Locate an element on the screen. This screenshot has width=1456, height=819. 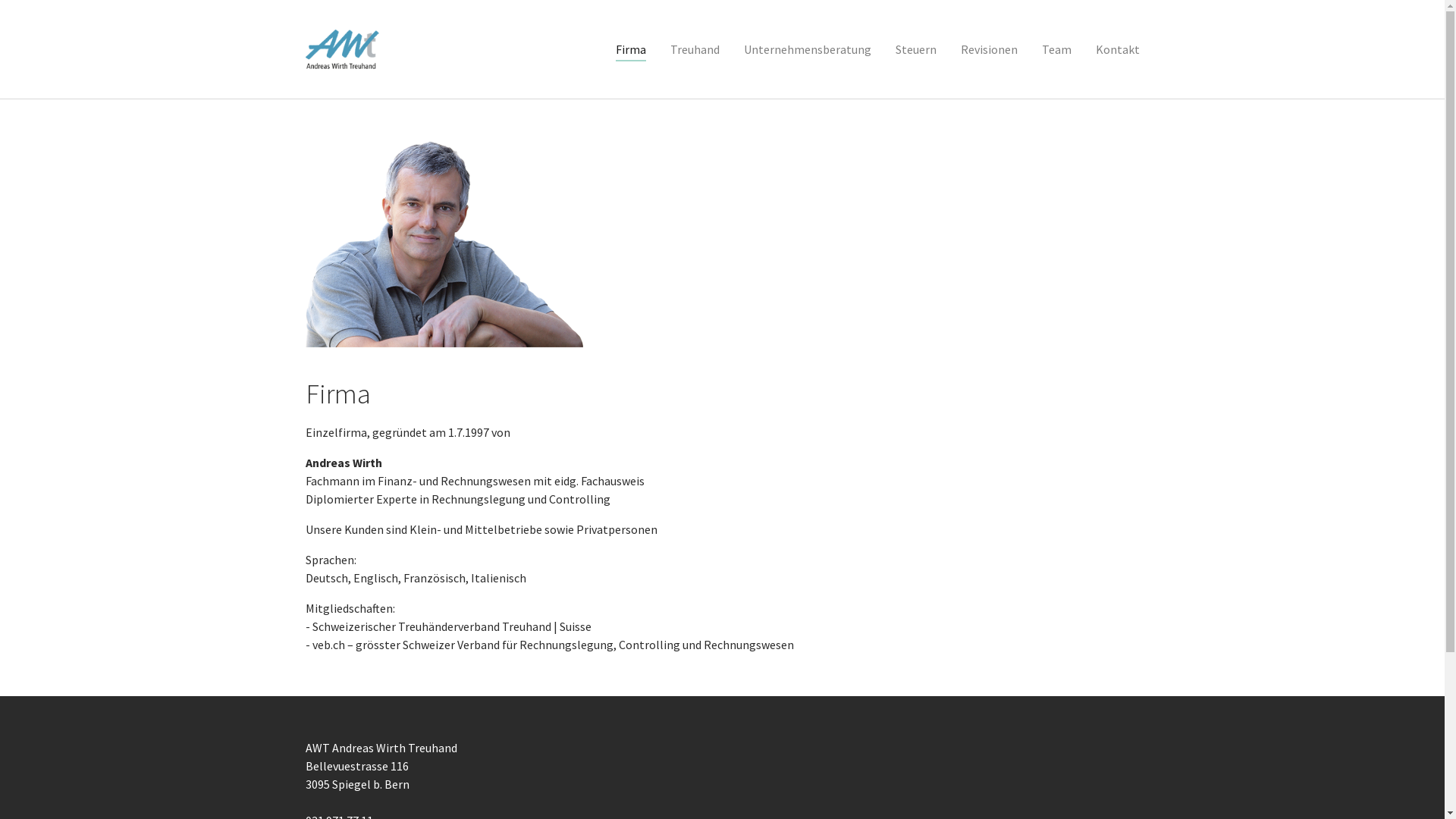
'Firma is located at coordinates (630, 49).